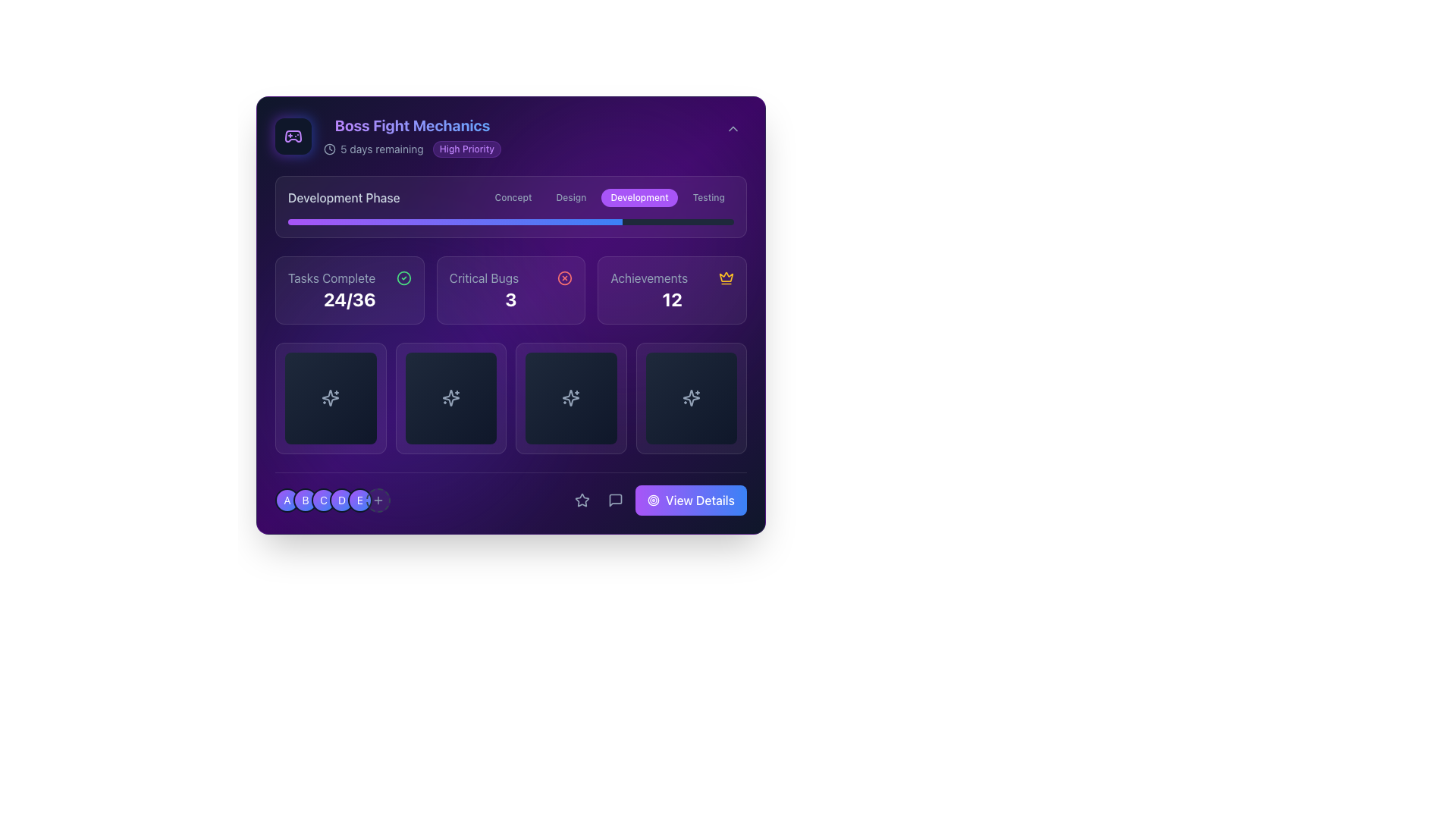  What do you see at coordinates (287, 500) in the screenshot?
I see `the first circular avatar button labeled 'A' with a gradient background transitioning from purple to blue and a white border, located at the bottom left of the interface` at bounding box center [287, 500].